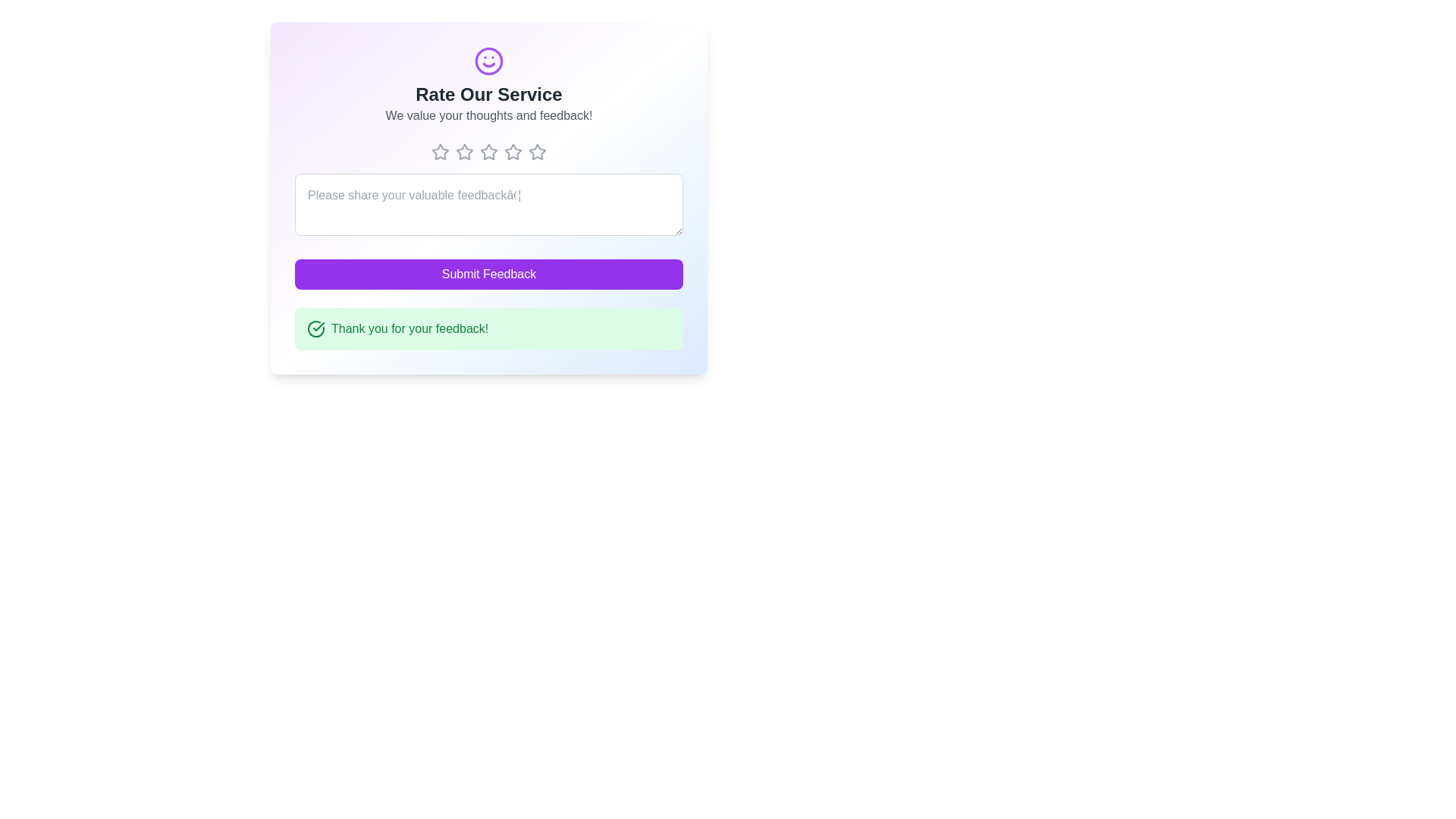 This screenshot has width=1456, height=819. Describe the element at coordinates (488, 328) in the screenshot. I see `the message in the green alert box that says 'Thank you for your feedback!' located at the center-bottom of the interface` at that location.